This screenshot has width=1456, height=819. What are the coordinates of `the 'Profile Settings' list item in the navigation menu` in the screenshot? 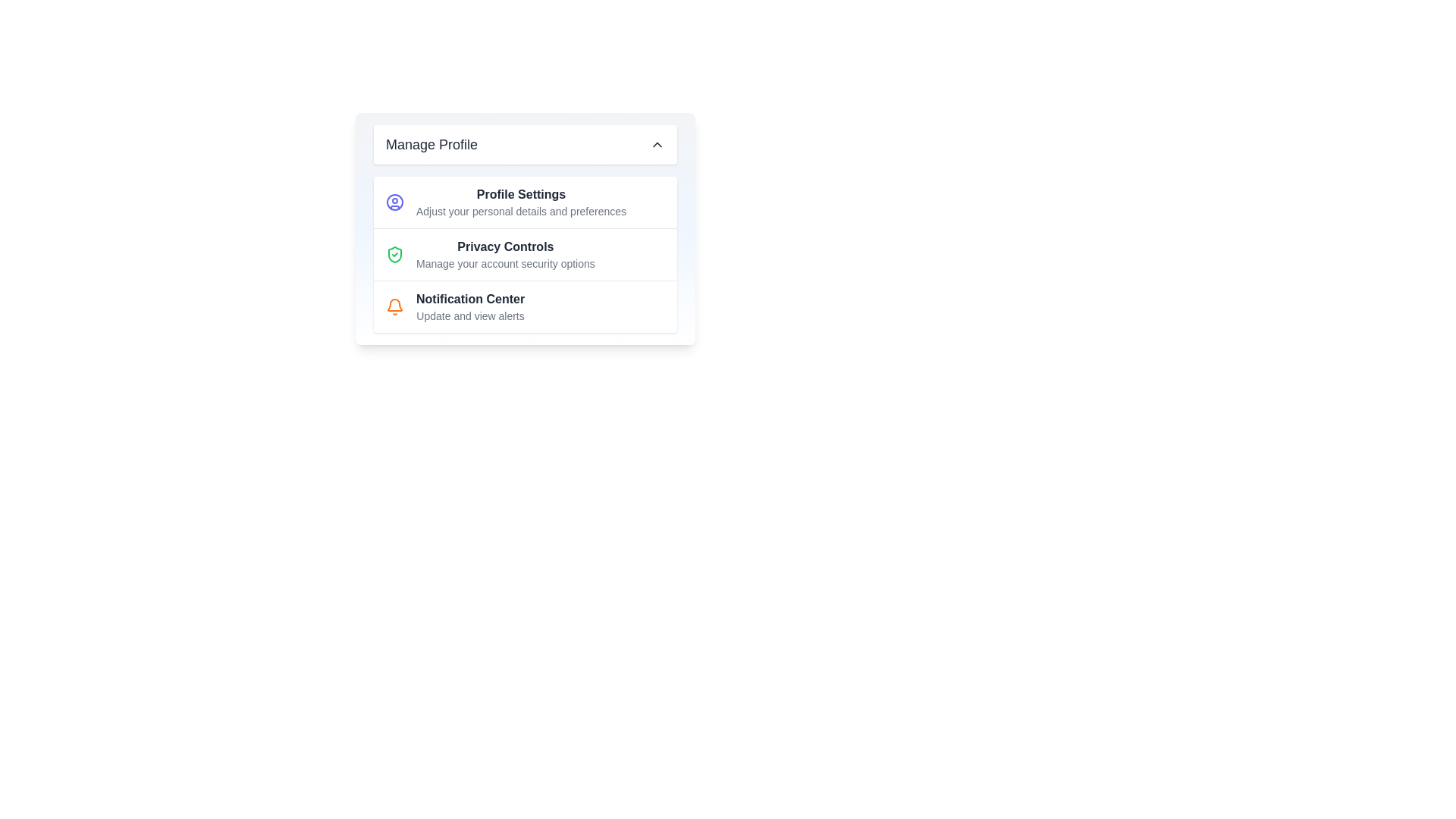 It's located at (525, 201).